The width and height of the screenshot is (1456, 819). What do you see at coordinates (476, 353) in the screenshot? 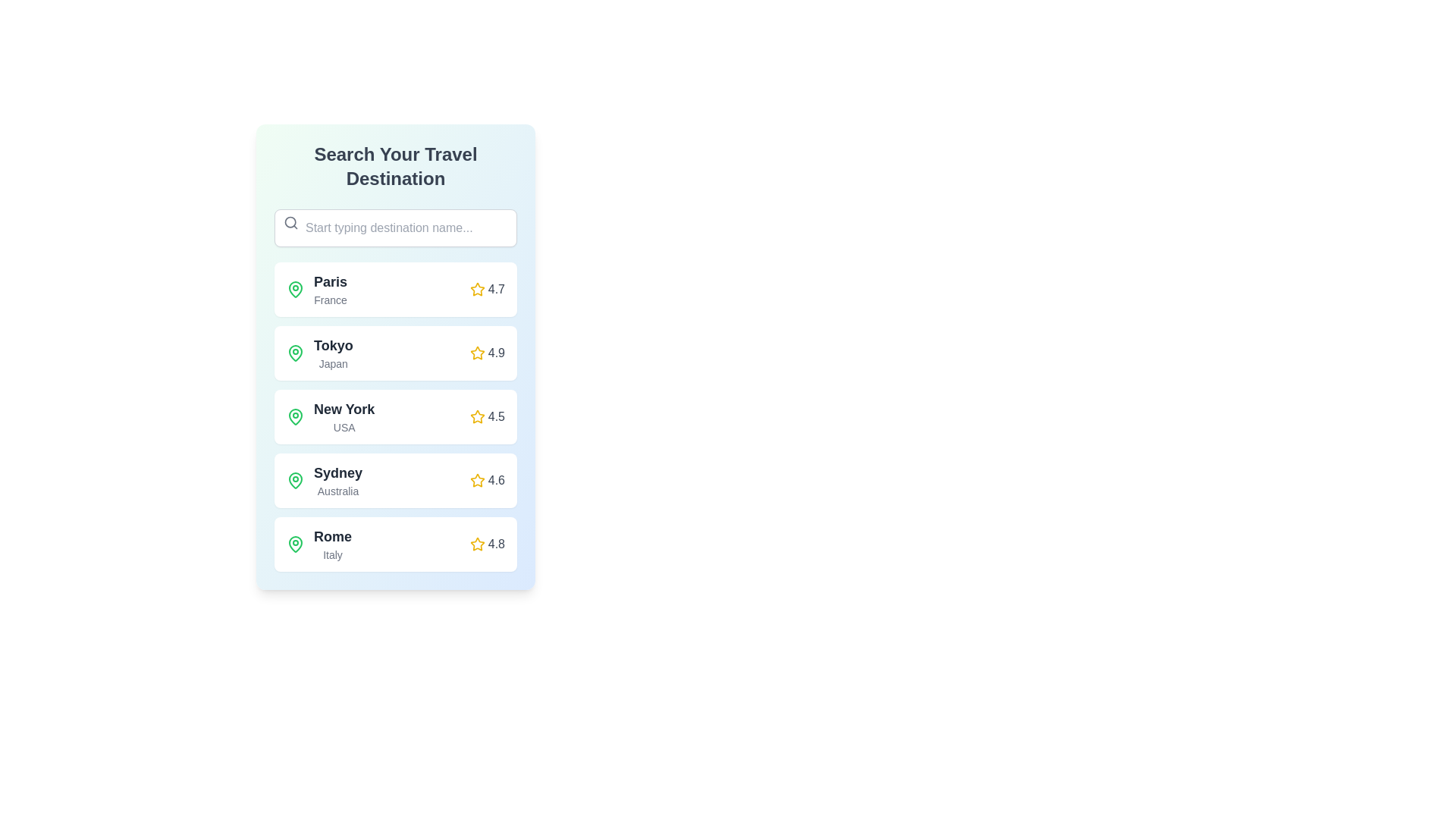
I see `the filled star icon with a yellow outline located in the 'Tokyo, Japan' row to rate it` at bounding box center [476, 353].